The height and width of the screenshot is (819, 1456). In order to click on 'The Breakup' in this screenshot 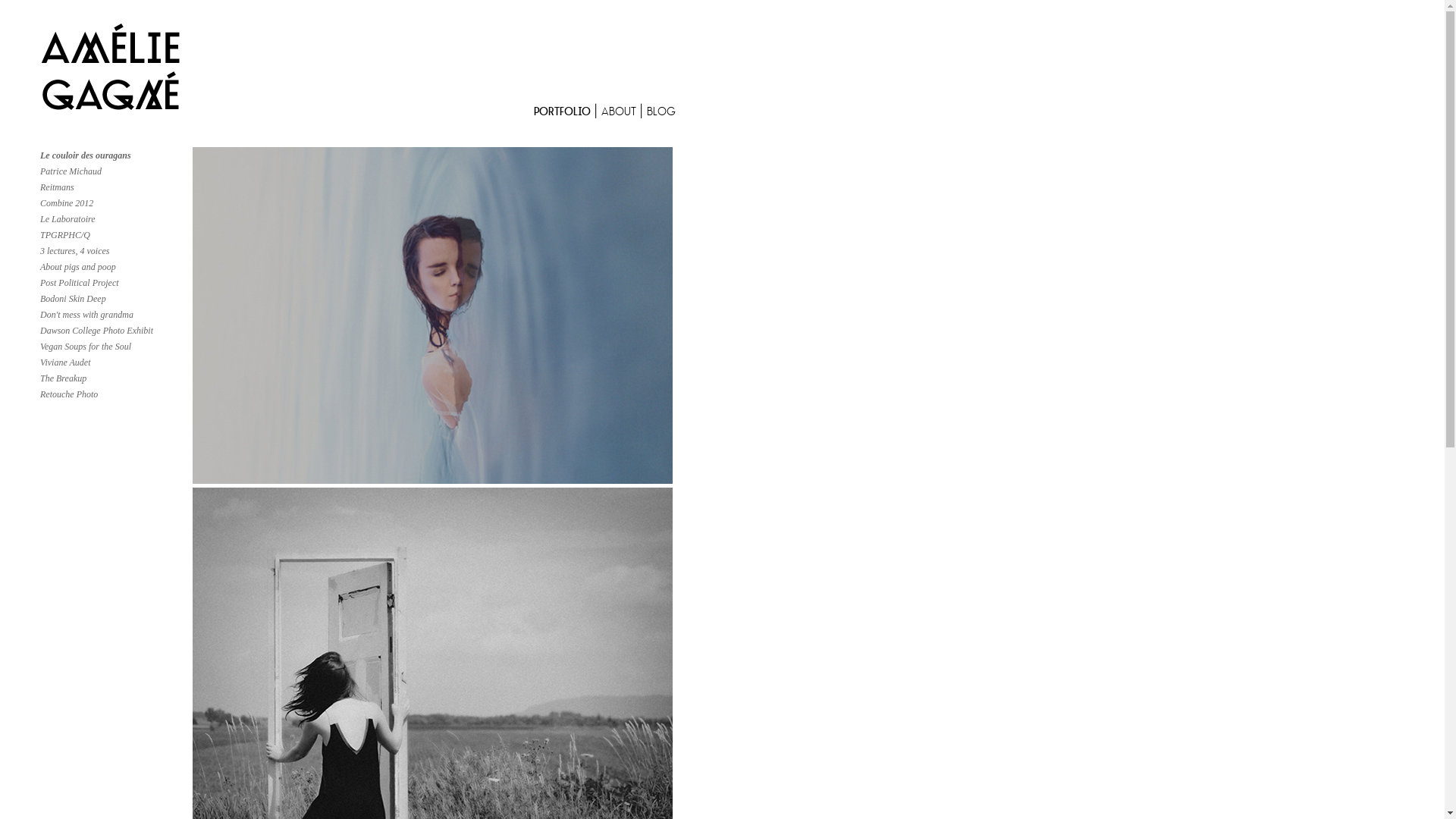, I will do `click(62, 377)`.